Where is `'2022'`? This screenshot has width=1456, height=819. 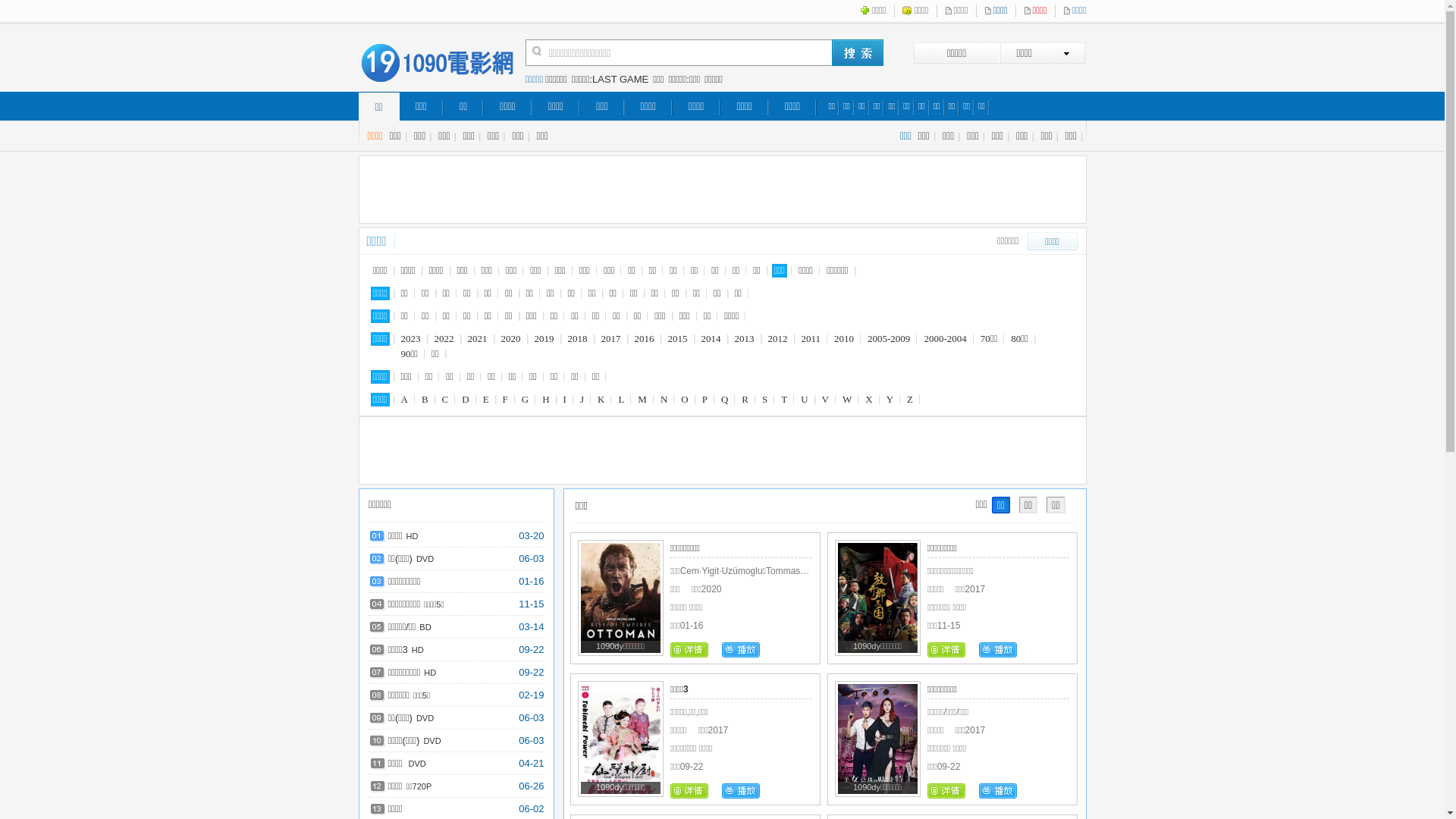 '2022' is located at coordinates (443, 338).